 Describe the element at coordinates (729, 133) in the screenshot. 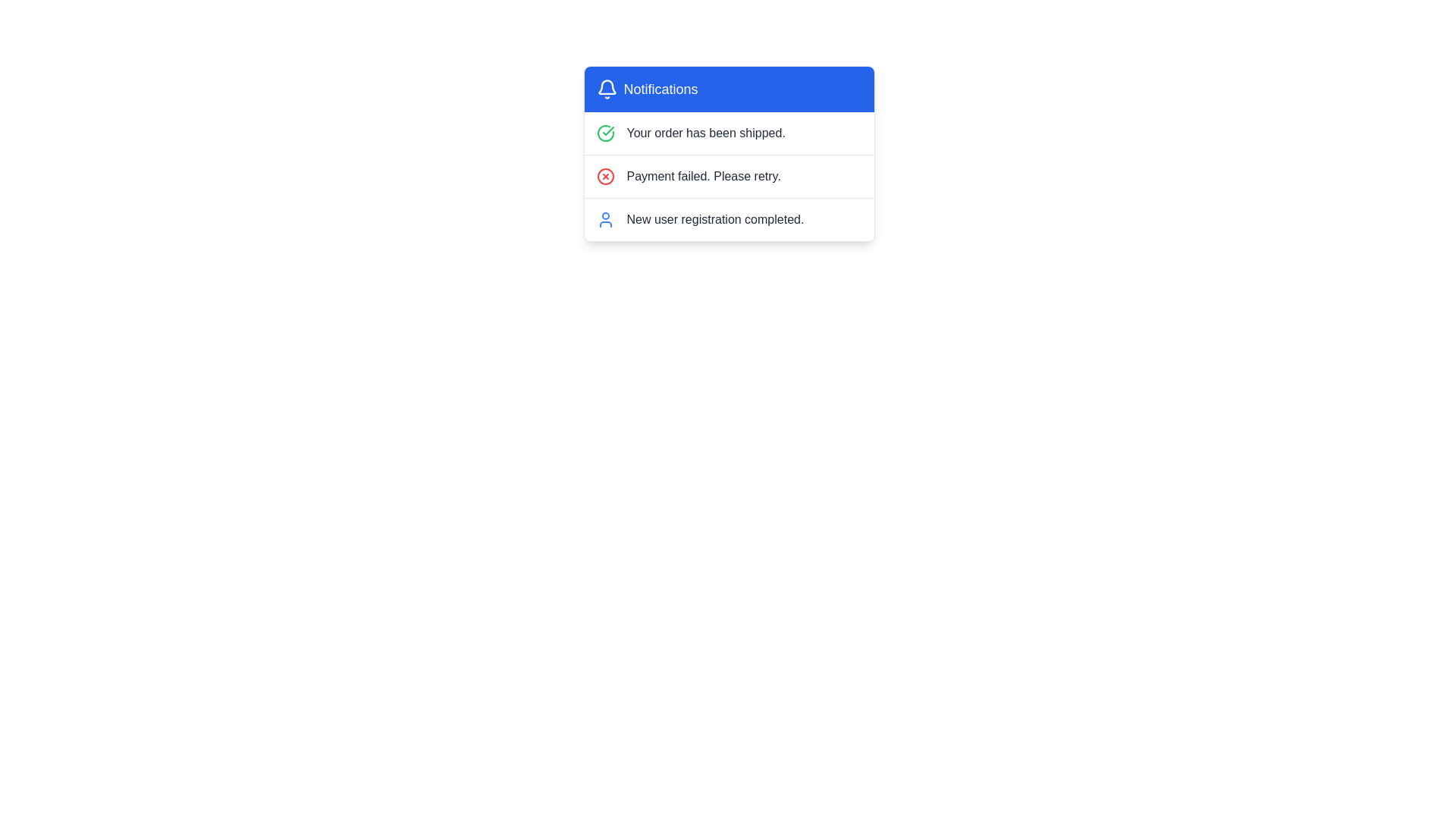

I see `the Notification item indicating that the user's order has been shipped for further details` at that location.